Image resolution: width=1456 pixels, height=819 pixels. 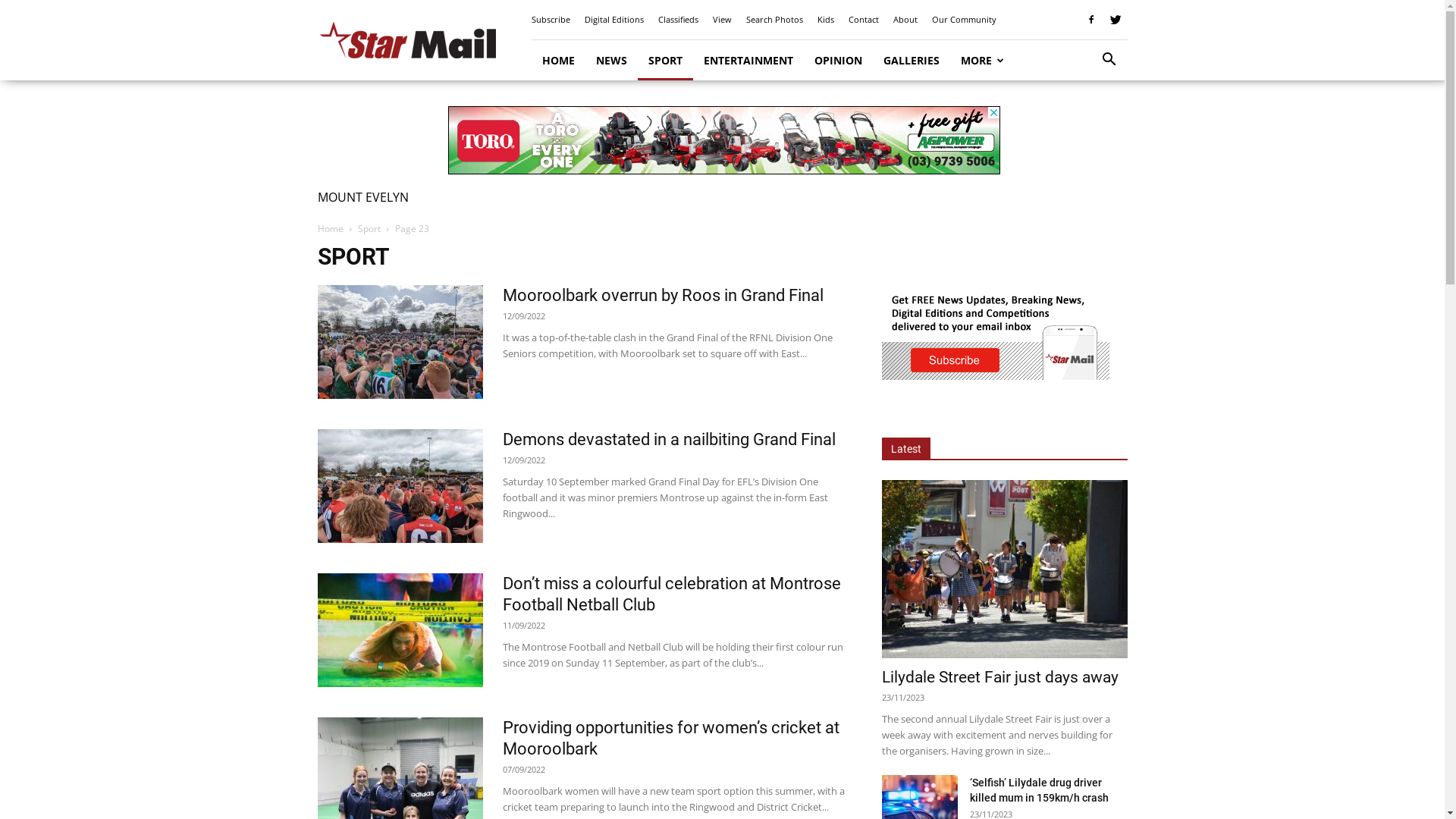 What do you see at coordinates (369, 228) in the screenshot?
I see `'Sport'` at bounding box center [369, 228].